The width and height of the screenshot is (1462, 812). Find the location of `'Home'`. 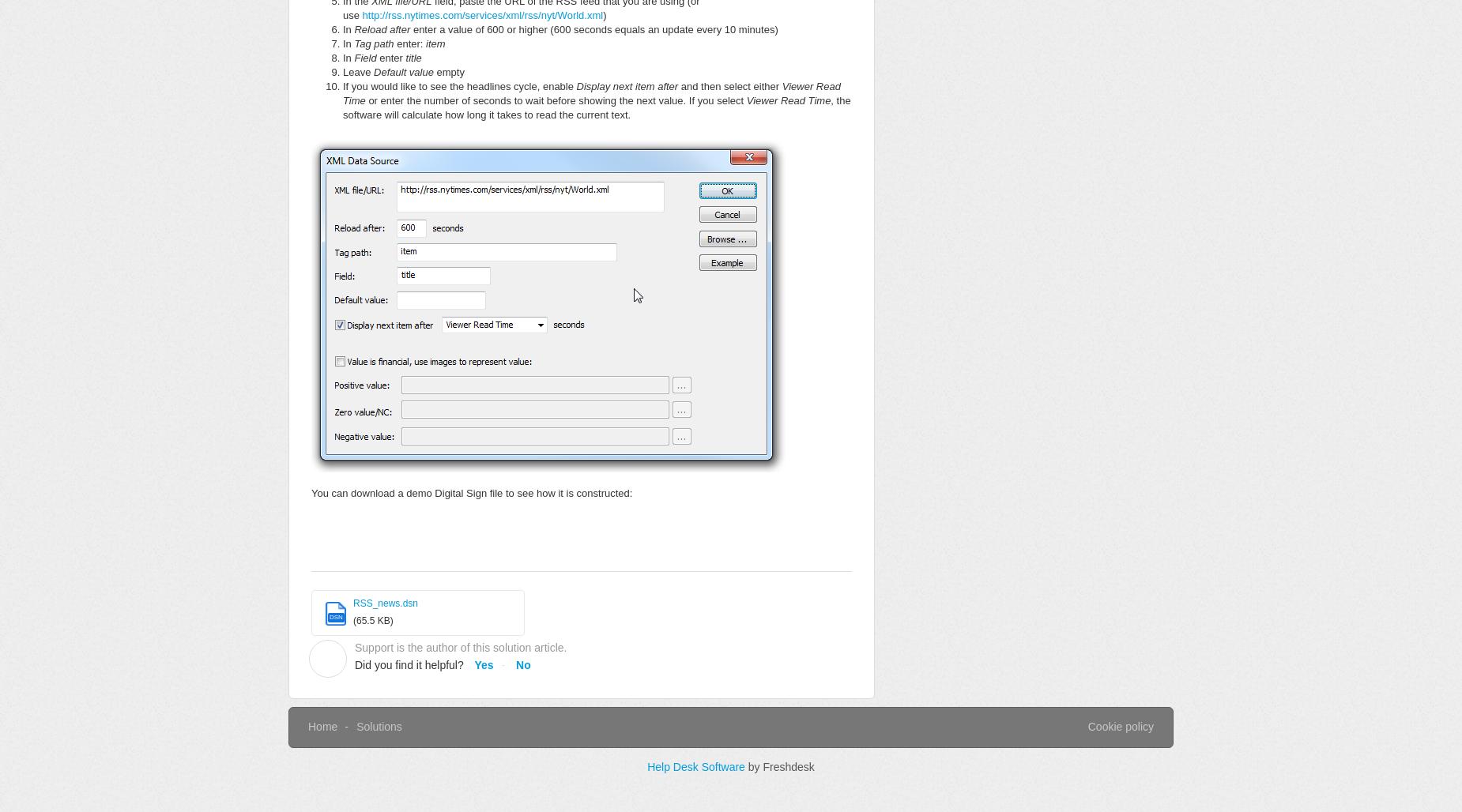

'Home' is located at coordinates (322, 726).